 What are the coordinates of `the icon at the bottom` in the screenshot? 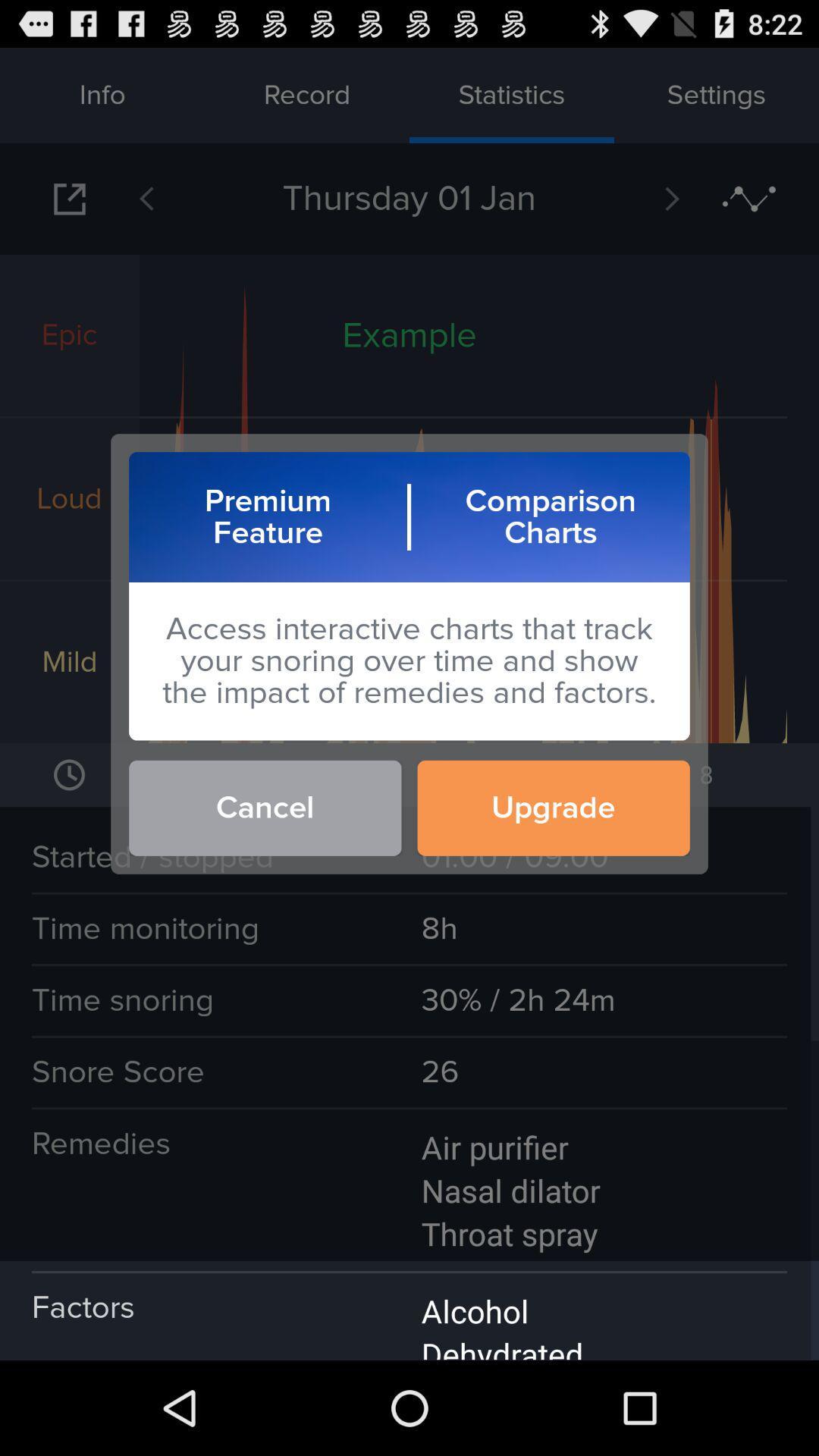 It's located at (409, 1310).